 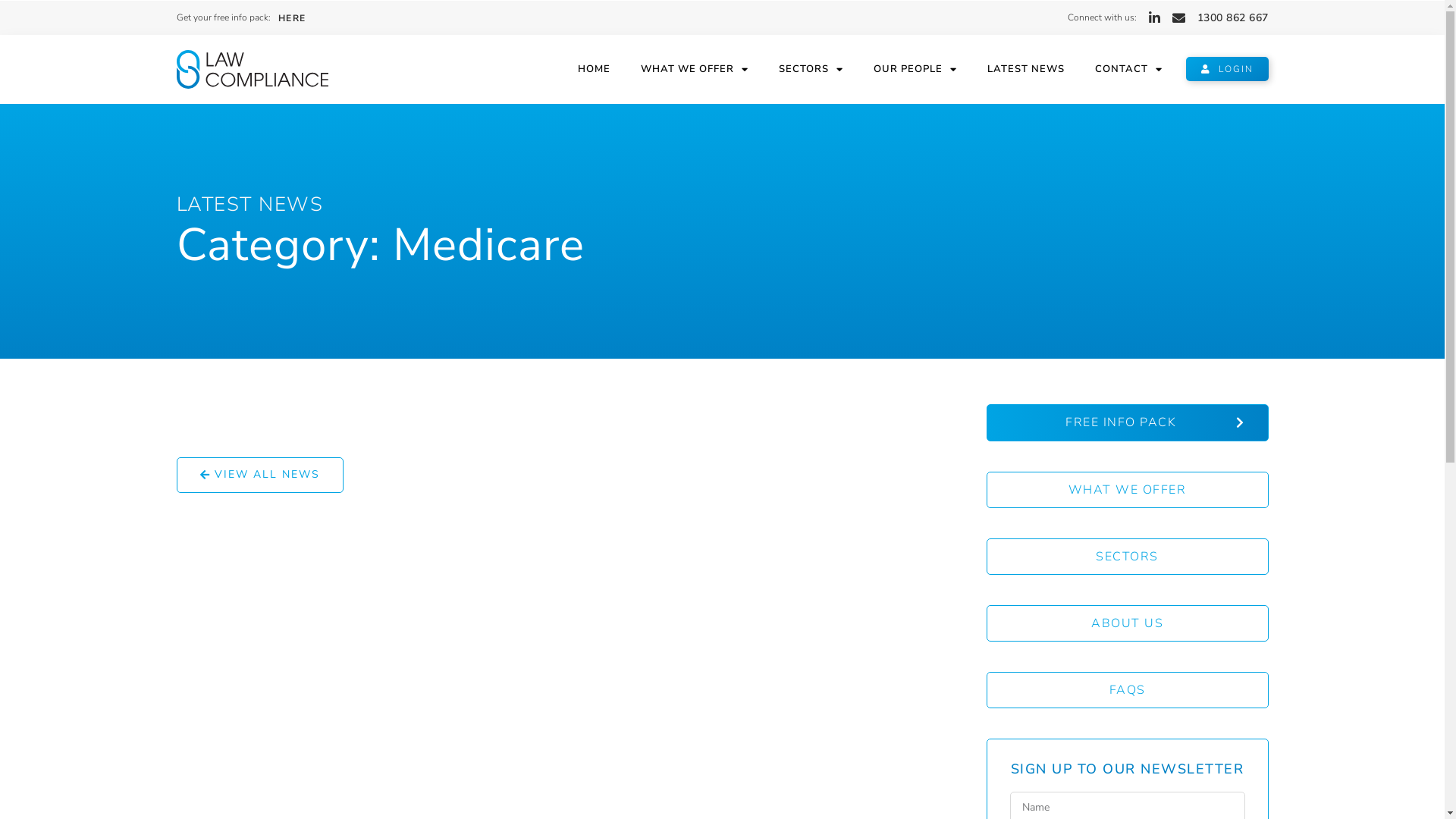 What do you see at coordinates (694, 69) in the screenshot?
I see `'WHAT WE OFFER'` at bounding box center [694, 69].